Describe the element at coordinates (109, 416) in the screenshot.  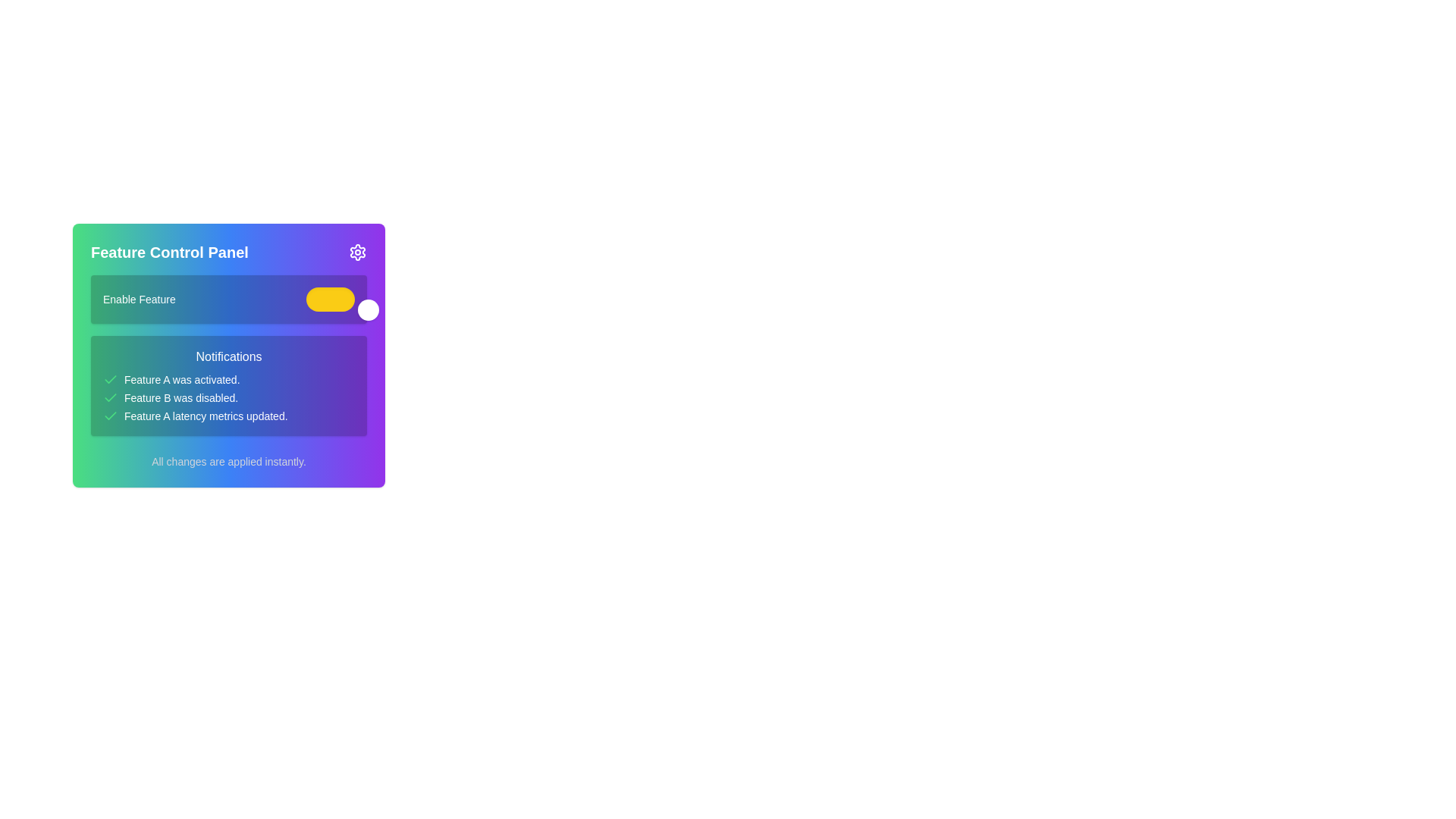
I see `the success icon indicating 'Feature A latency metrics updated' located in the Notifications section, positioned to the left of the corresponding text` at that location.